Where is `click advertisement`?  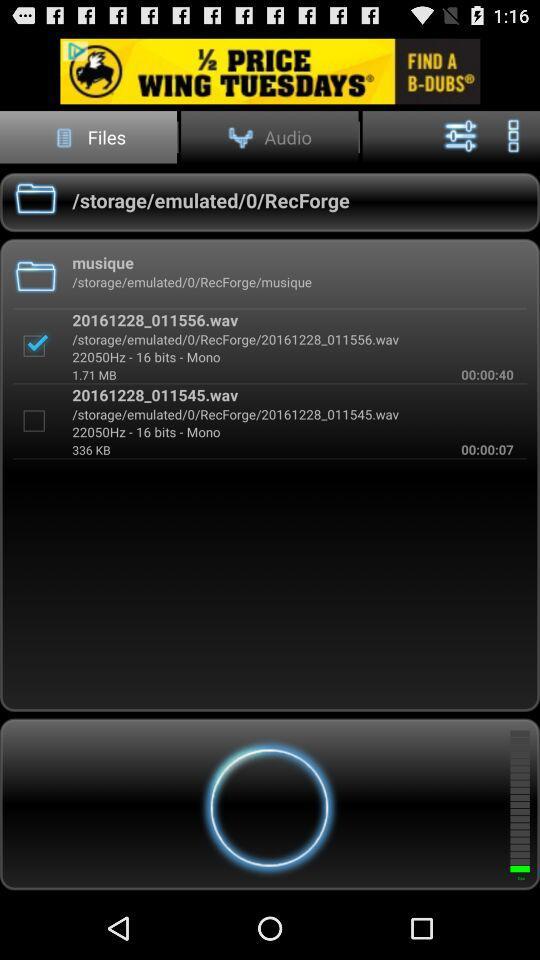
click advertisement is located at coordinates (270, 71).